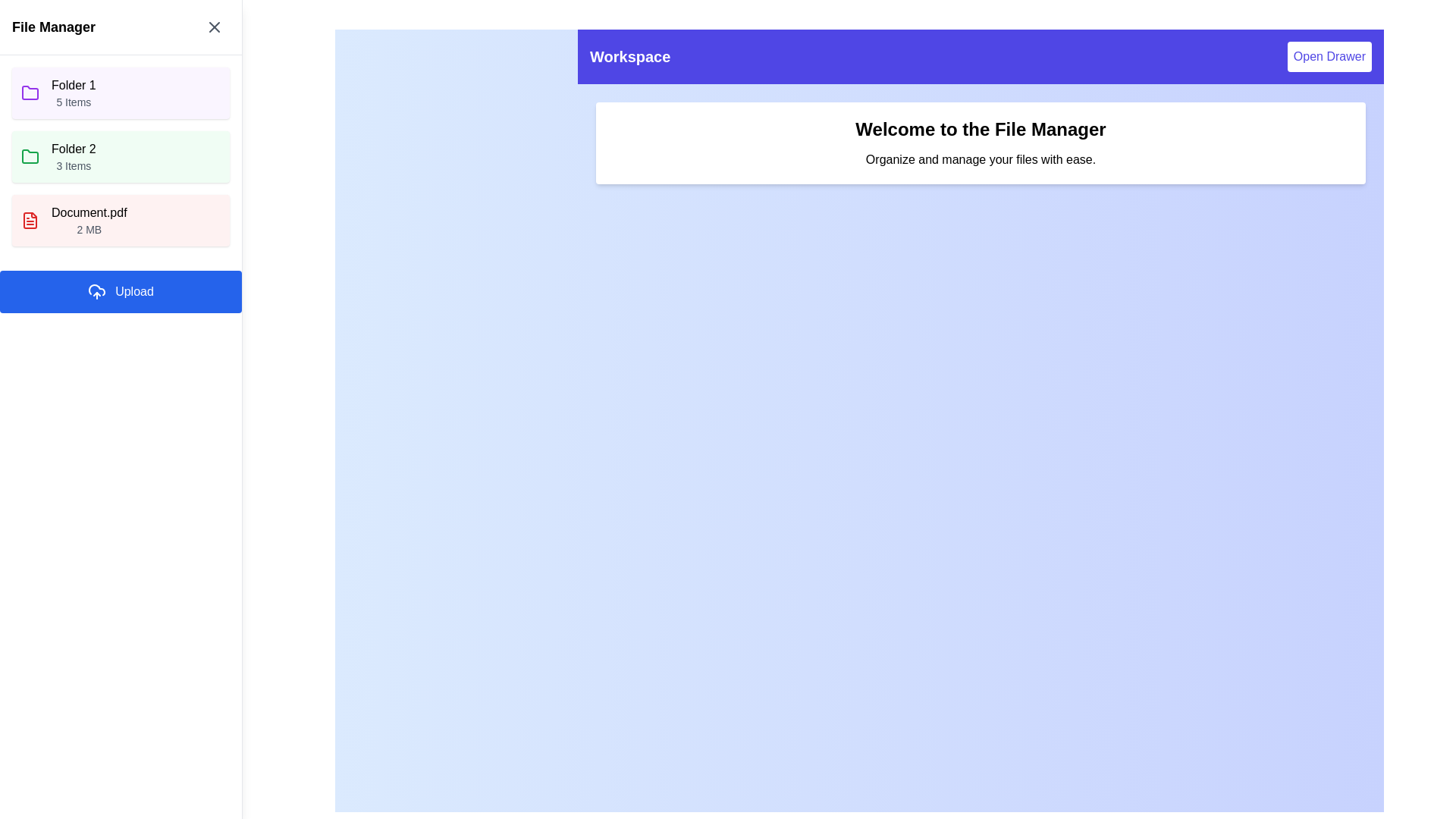 The image size is (1456, 819). Describe the element at coordinates (72, 149) in the screenshot. I see `the text label for the folder` at that location.